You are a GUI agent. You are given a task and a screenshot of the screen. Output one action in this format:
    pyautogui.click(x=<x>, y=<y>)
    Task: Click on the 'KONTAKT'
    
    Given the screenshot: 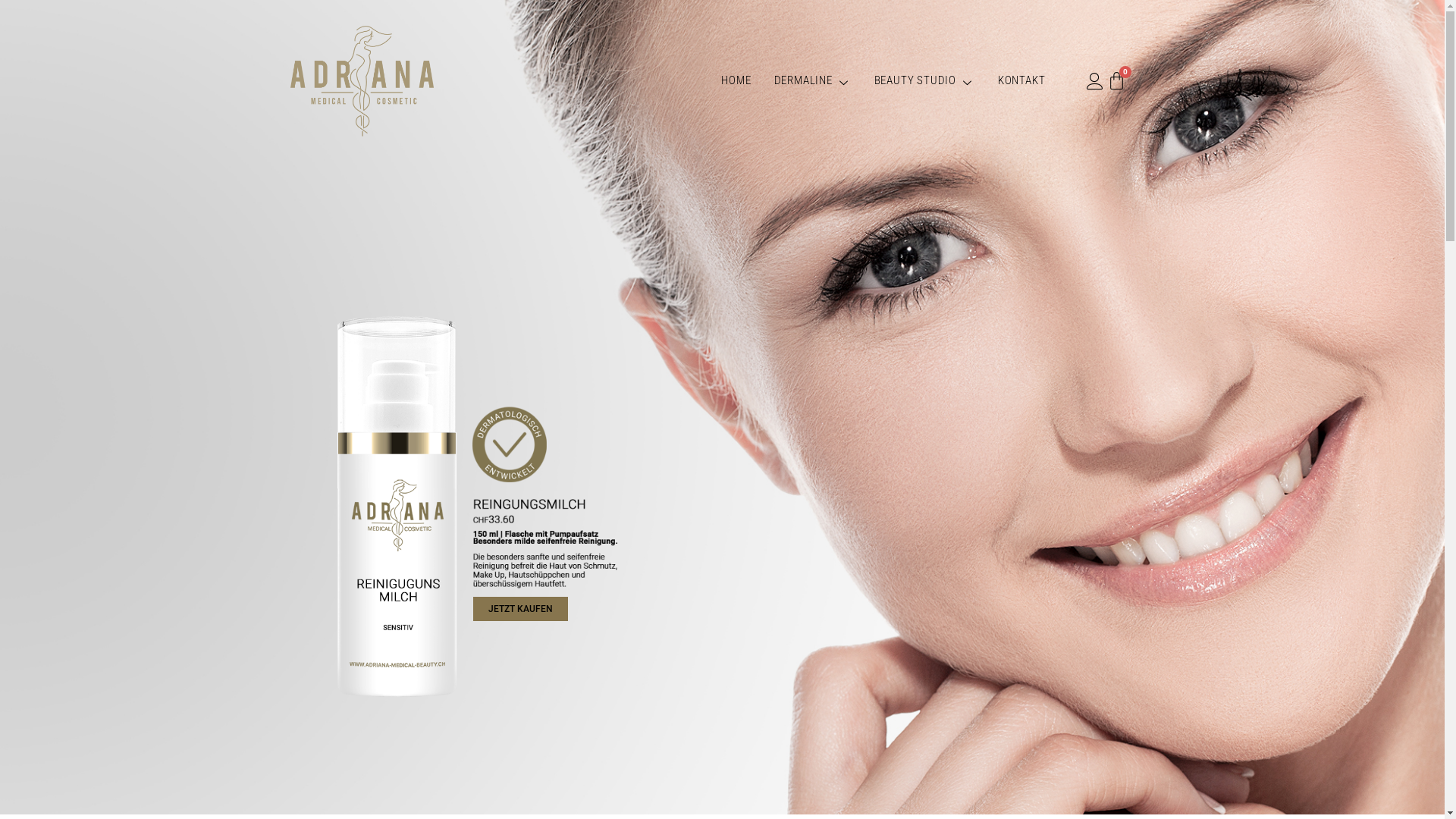 What is the action you would take?
    pyautogui.click(x=986, y=80)
    